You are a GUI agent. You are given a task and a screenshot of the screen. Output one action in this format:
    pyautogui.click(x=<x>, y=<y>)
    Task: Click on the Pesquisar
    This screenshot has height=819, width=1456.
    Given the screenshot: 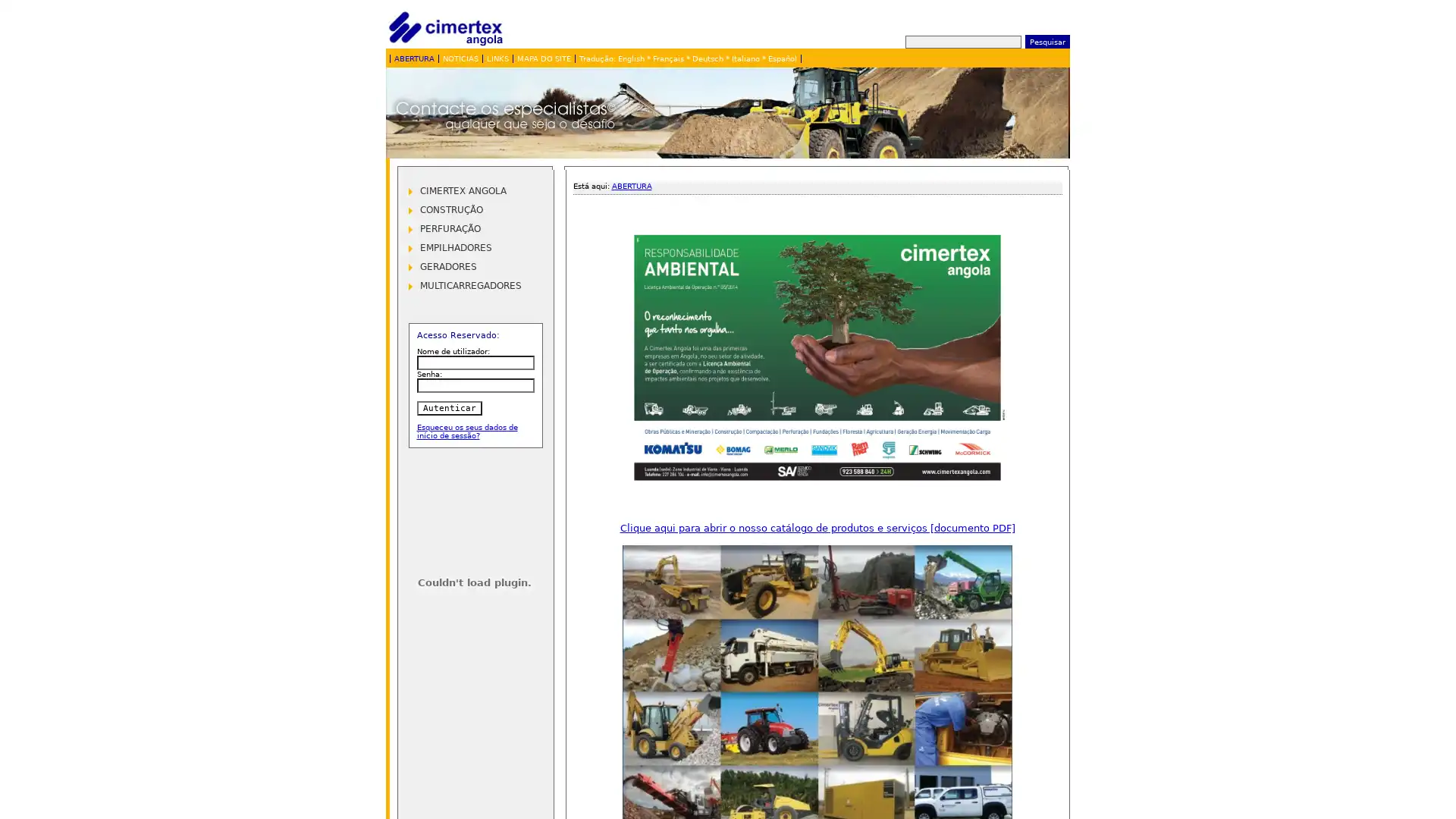 What is the action you would take?
    pyautogui.click(x=1046, y=40)
    